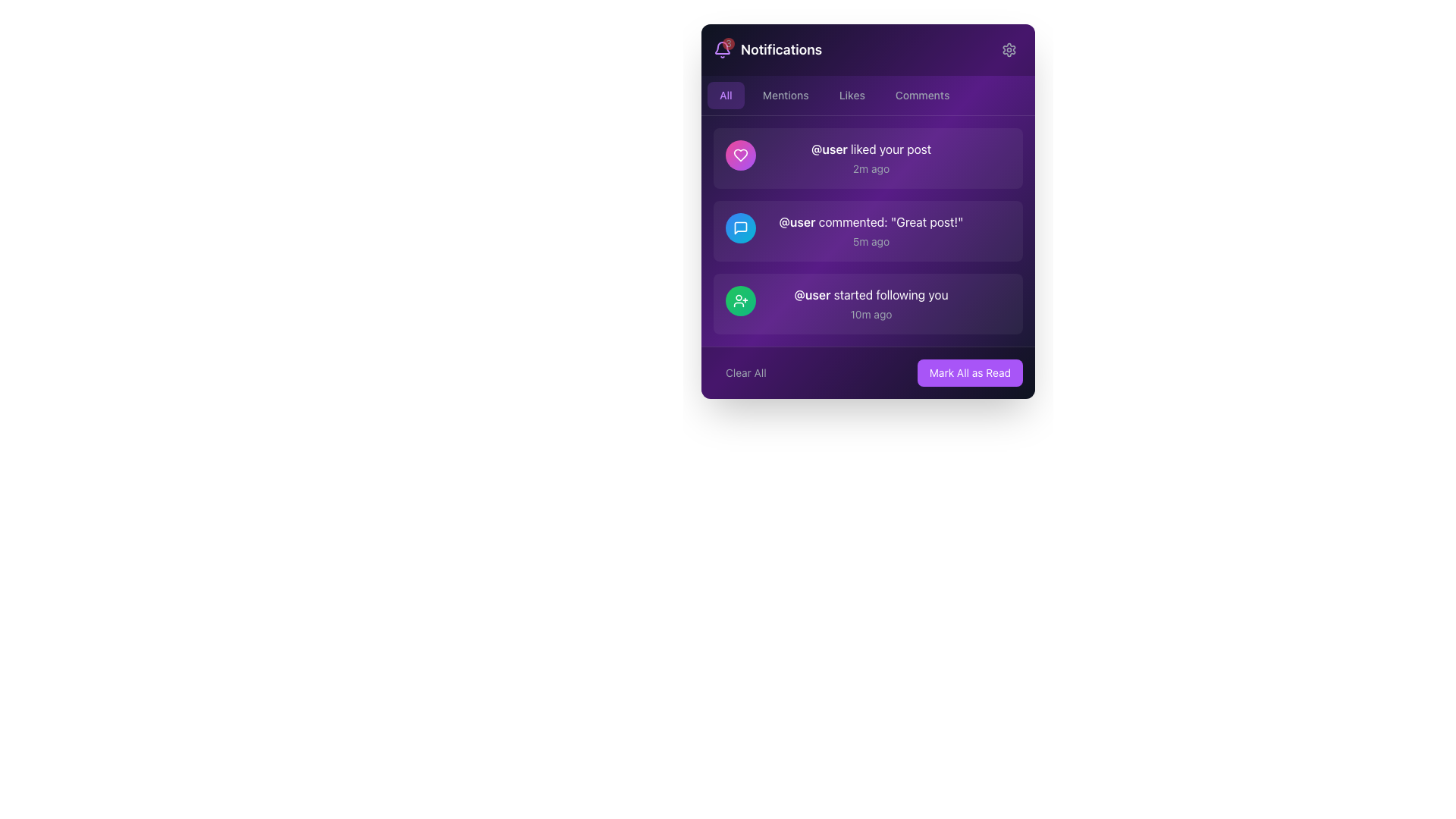  Describe the element at coordinates (828, 149) in the screenshot. I see `the bold text label element containing '@user' which is part of the notification message '@user liked your post'` at that location.